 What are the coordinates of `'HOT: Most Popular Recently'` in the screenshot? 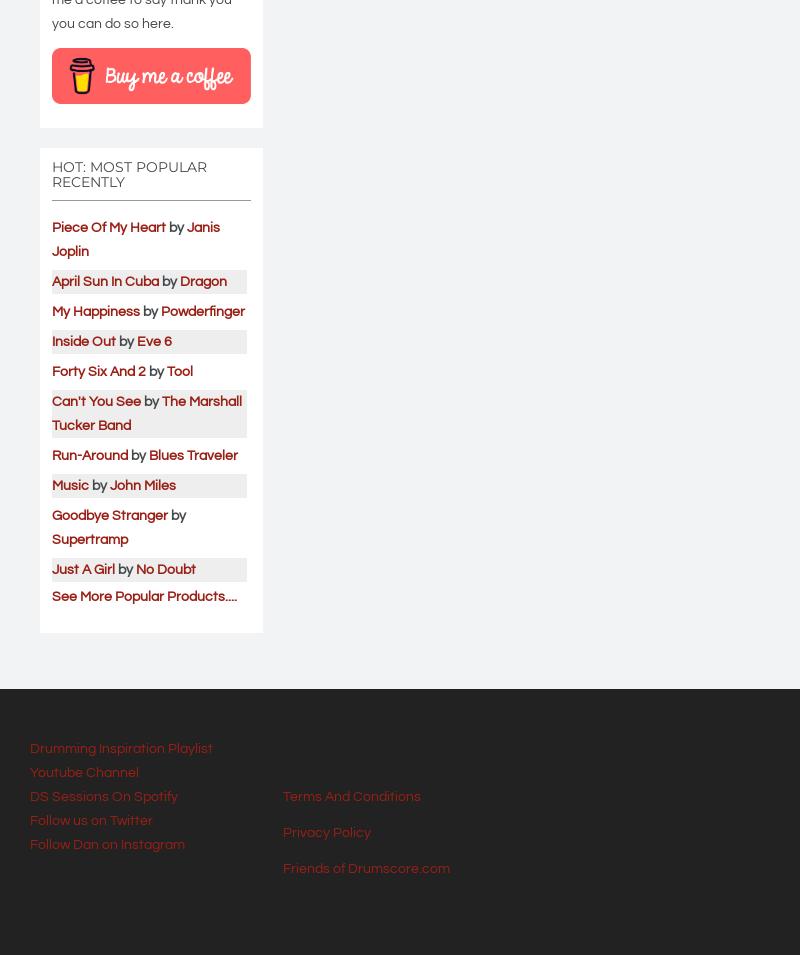 It's located at (128, 173).